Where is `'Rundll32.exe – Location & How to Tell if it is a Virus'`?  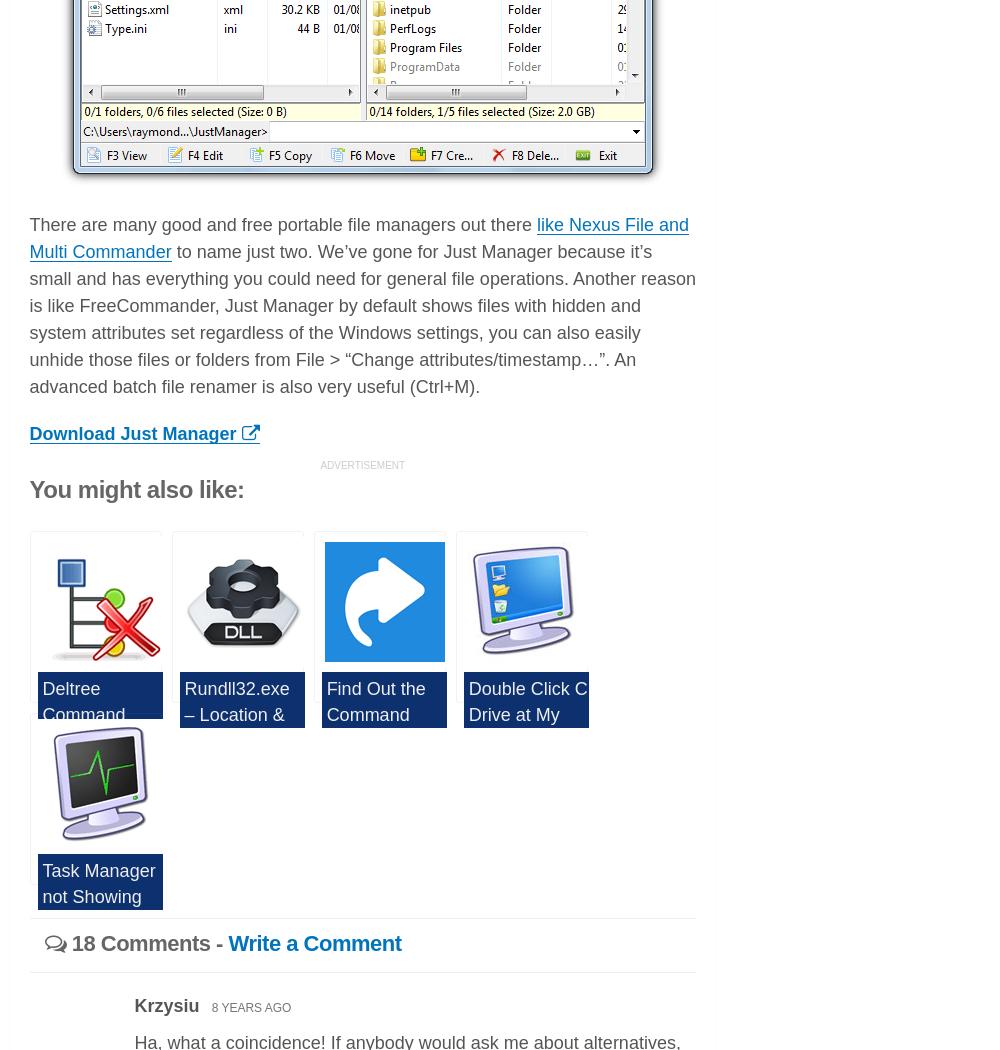
'Rundll32.exe – Location & How to Tell if it is a Virus' is located at coordinates (184, 725).